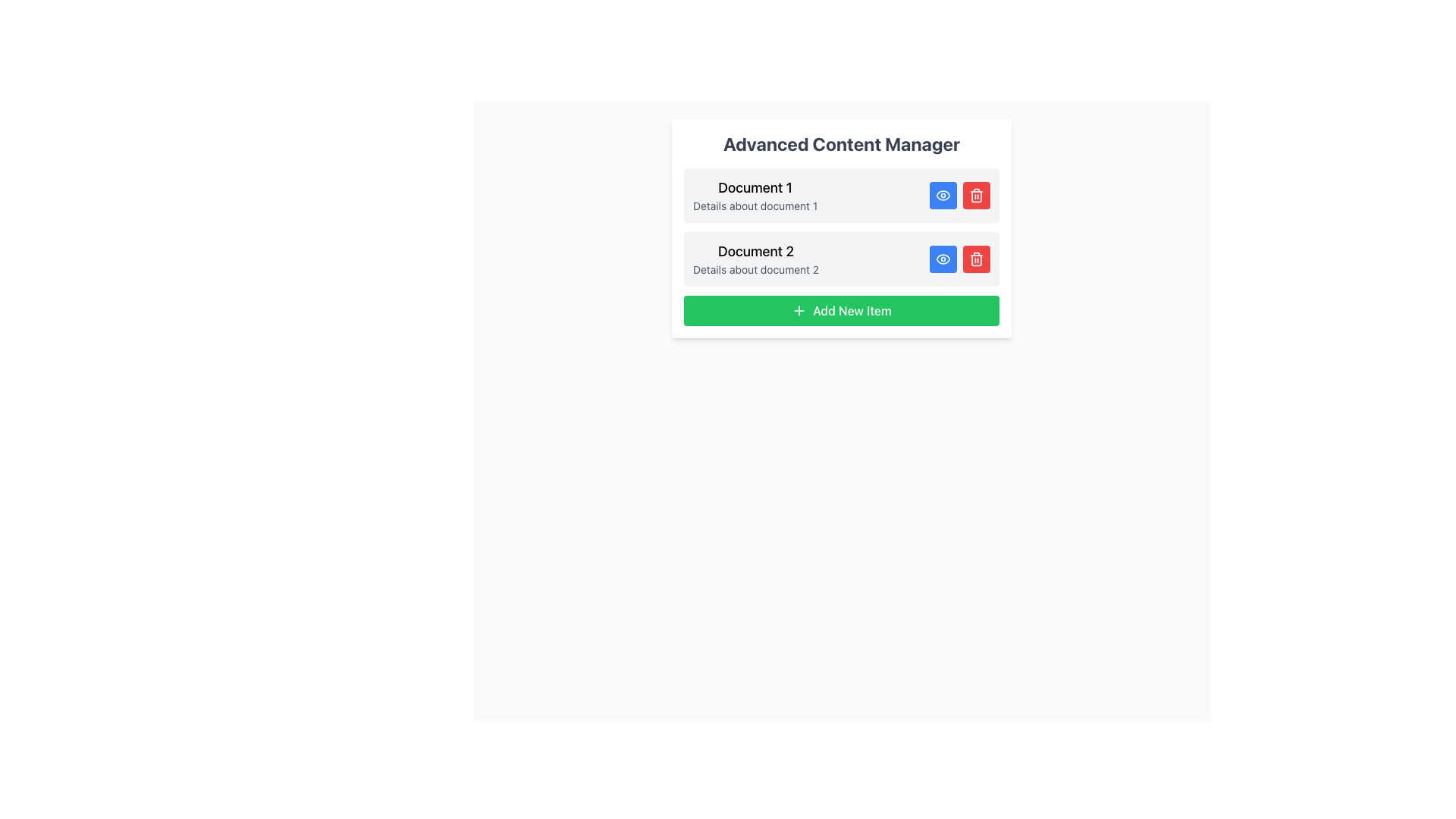  I want to click on the delete button, which is the second button from the right in the tool panel for the second document, located directly to the right of the blue 'eye' button, so click(976, 195).